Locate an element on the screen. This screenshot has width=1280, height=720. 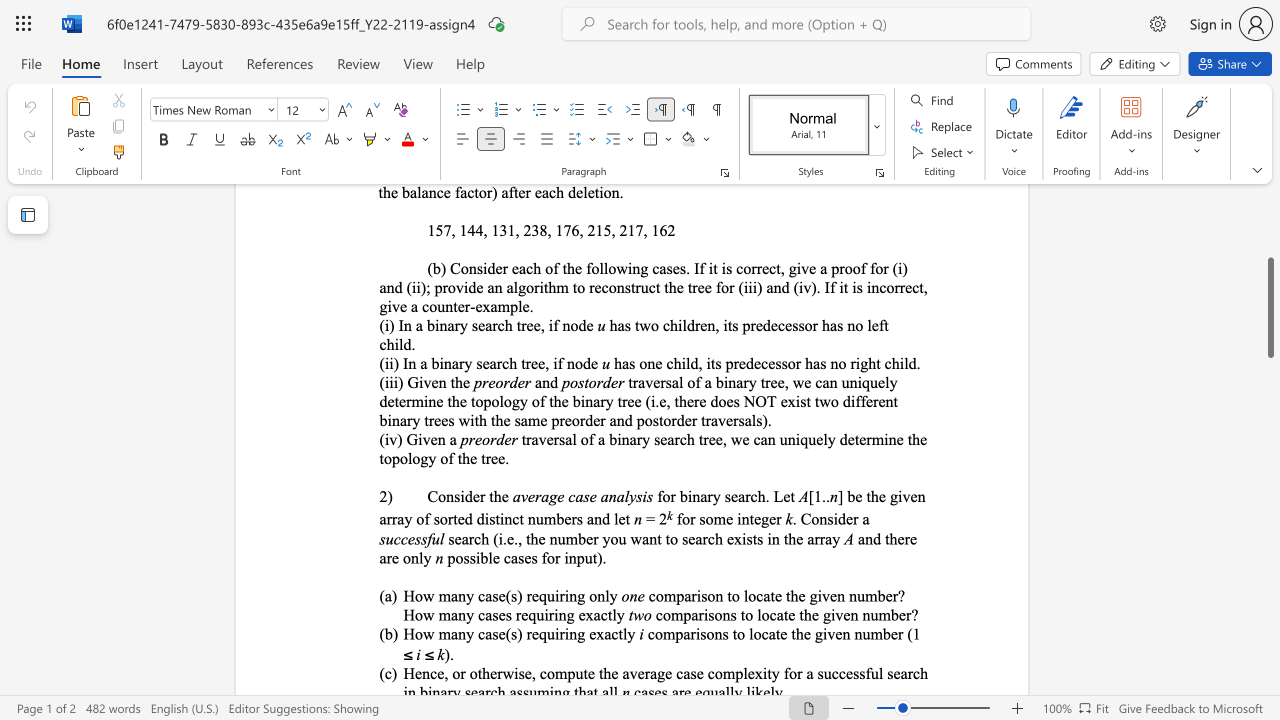
the subset text "ven a" within the text "(iv) Given a" is located at coordinates (421, 438).